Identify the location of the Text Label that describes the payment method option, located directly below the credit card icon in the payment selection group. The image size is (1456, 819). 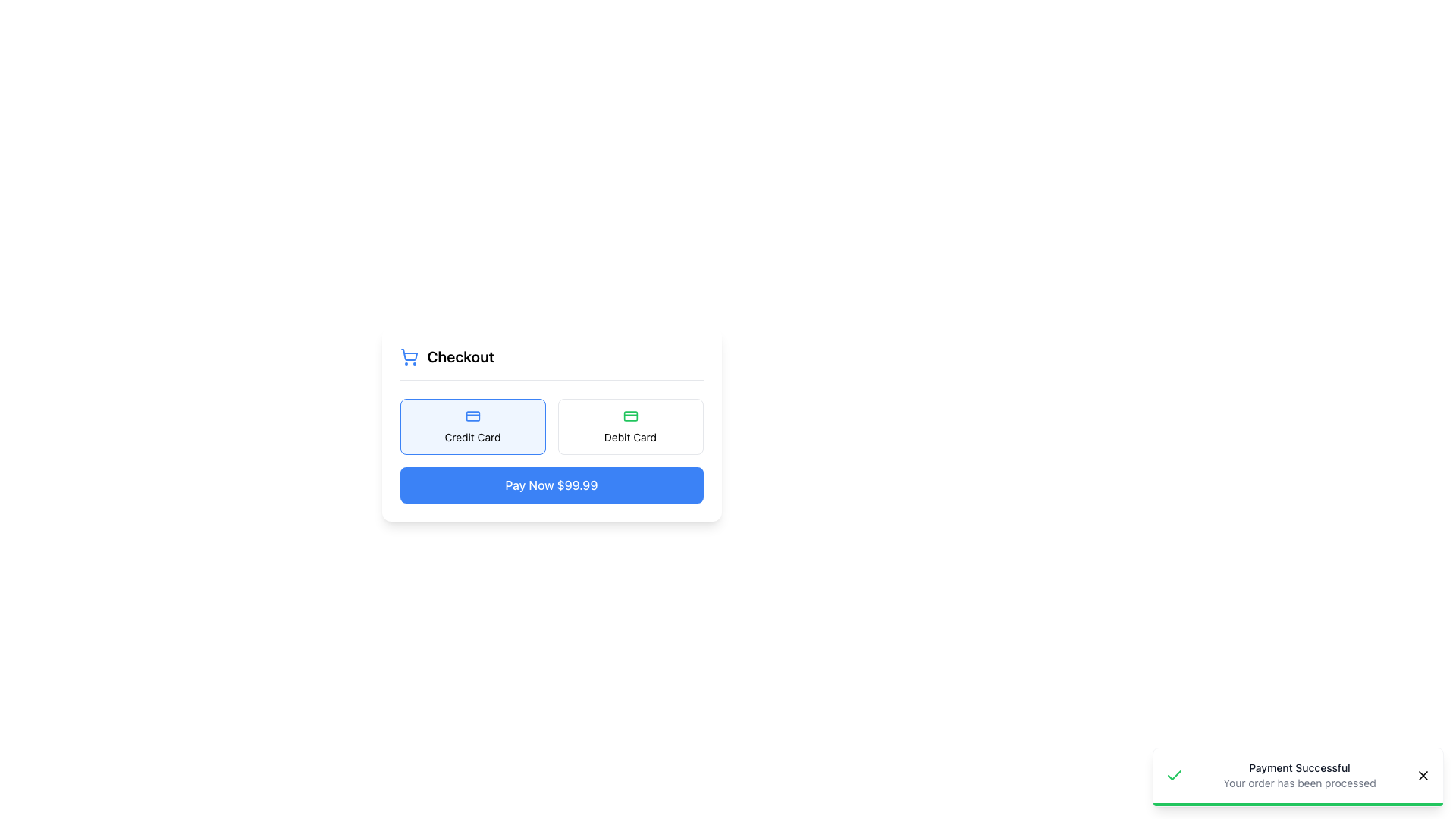
(472, 438).